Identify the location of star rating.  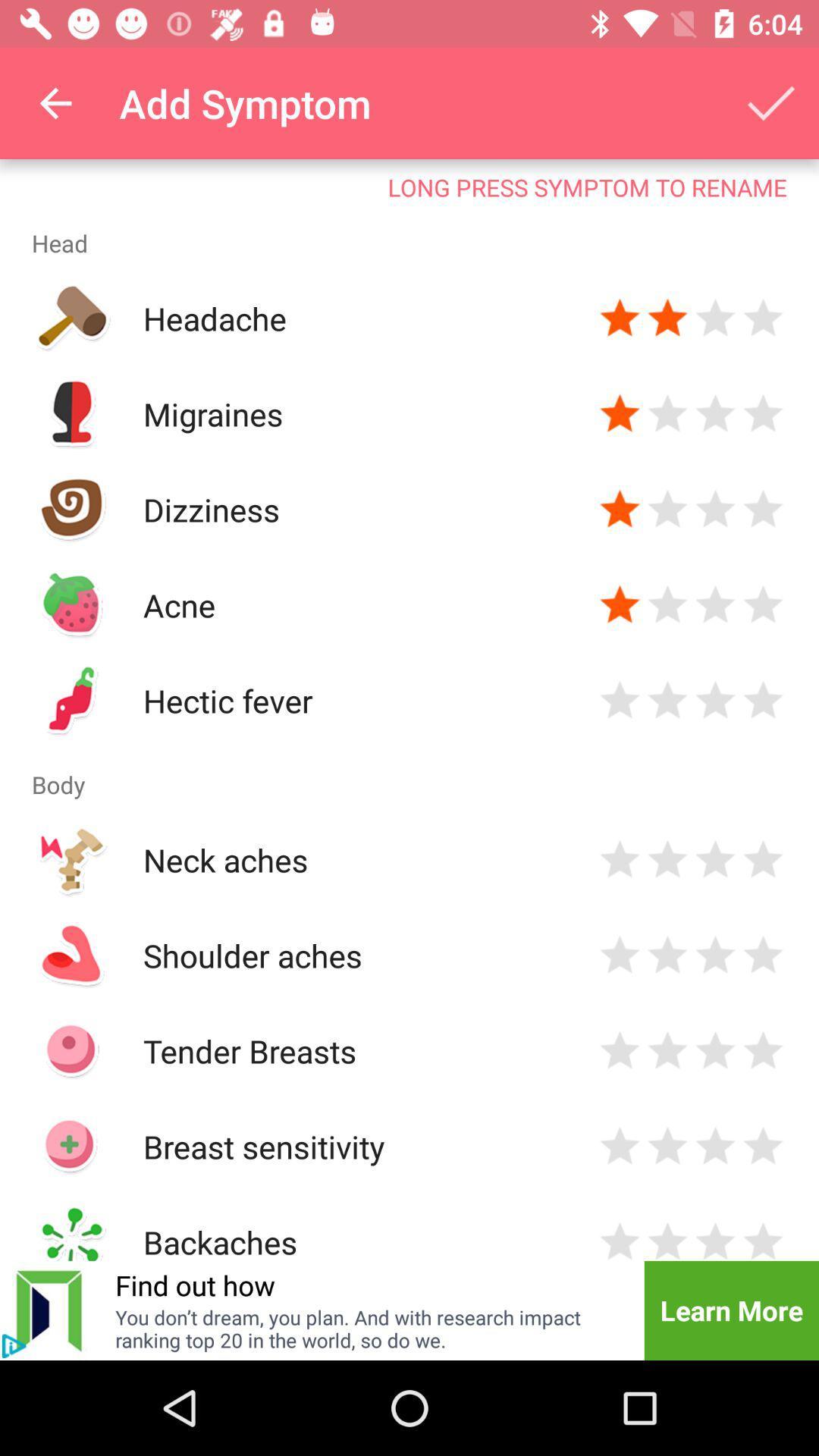
(763, 604).